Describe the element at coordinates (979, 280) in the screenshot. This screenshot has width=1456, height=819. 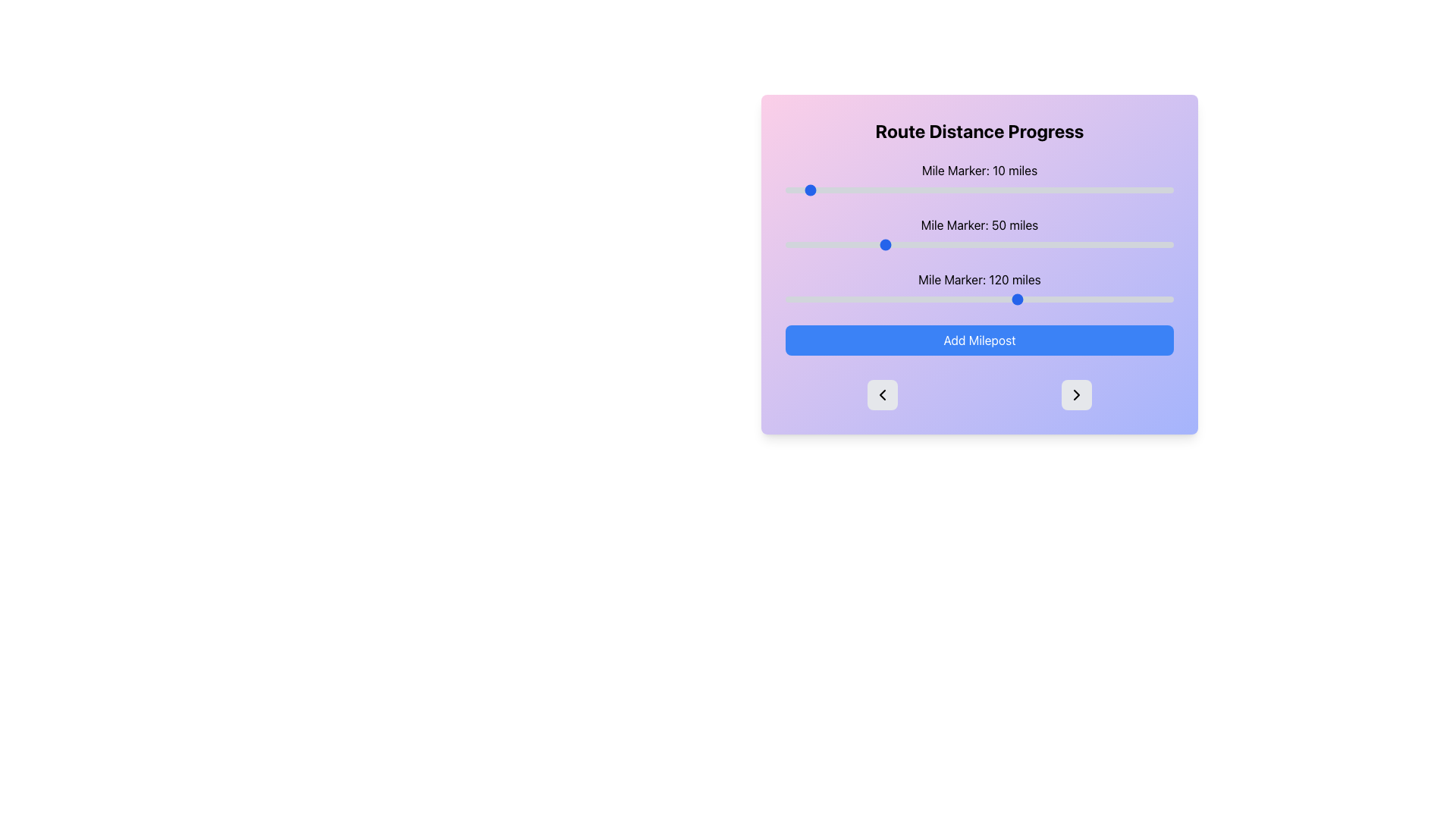
I see `the static text indicating a distance milestone of 120 miles, located above the corresponding progress slider in the 'Route Distance Progress' card` at that location.